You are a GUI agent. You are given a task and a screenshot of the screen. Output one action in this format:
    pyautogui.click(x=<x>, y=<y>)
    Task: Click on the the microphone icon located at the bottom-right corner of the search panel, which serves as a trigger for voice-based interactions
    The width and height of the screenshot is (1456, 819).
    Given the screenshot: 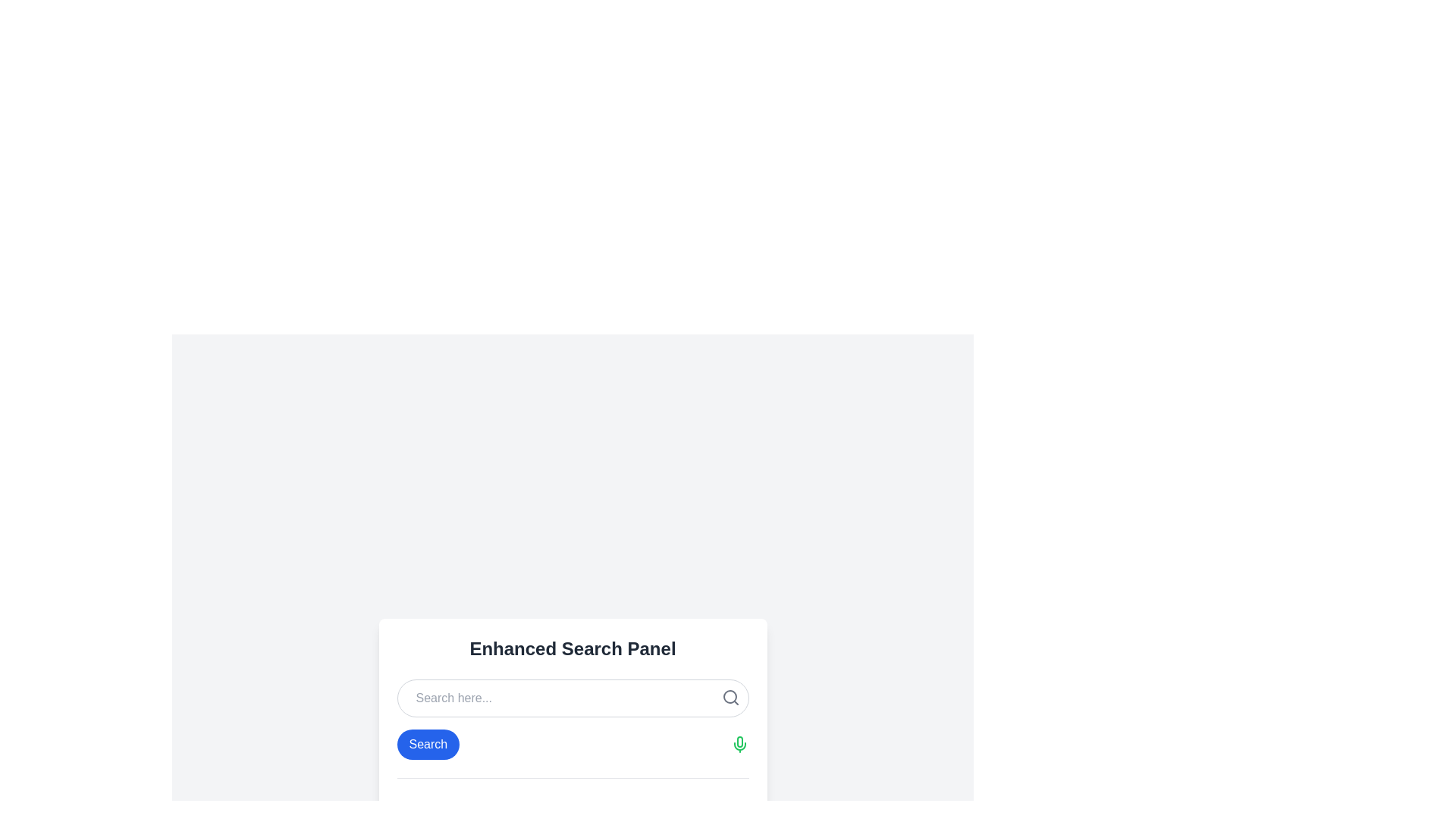 What is the action you would take?
    pyautogui.click(x=739, y=741)
    